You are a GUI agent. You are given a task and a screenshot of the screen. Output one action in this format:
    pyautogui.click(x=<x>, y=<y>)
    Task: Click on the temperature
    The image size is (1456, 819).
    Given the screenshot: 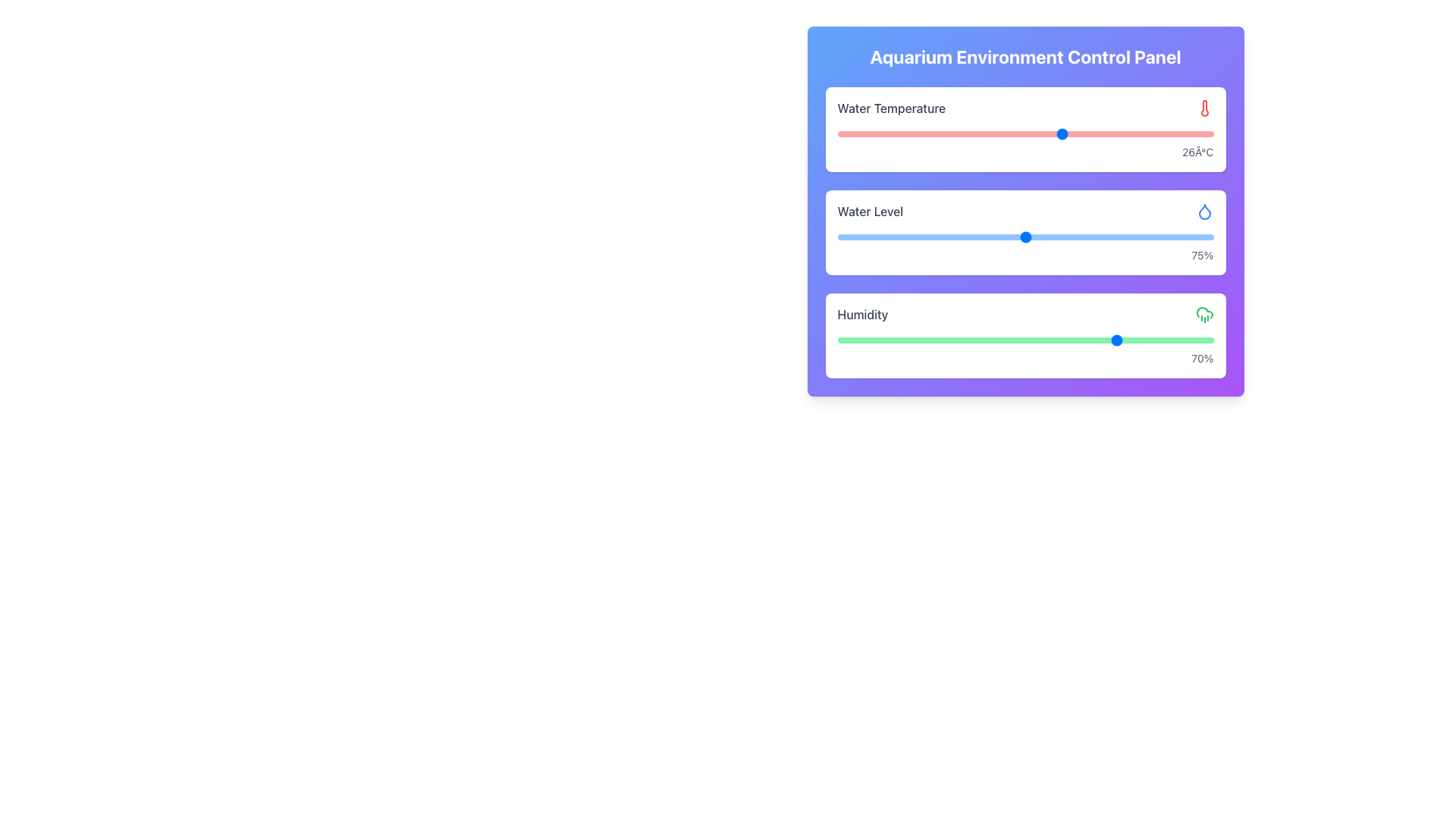 What is the action you would take?
    pyautogui.click(x=912, y=133)
    